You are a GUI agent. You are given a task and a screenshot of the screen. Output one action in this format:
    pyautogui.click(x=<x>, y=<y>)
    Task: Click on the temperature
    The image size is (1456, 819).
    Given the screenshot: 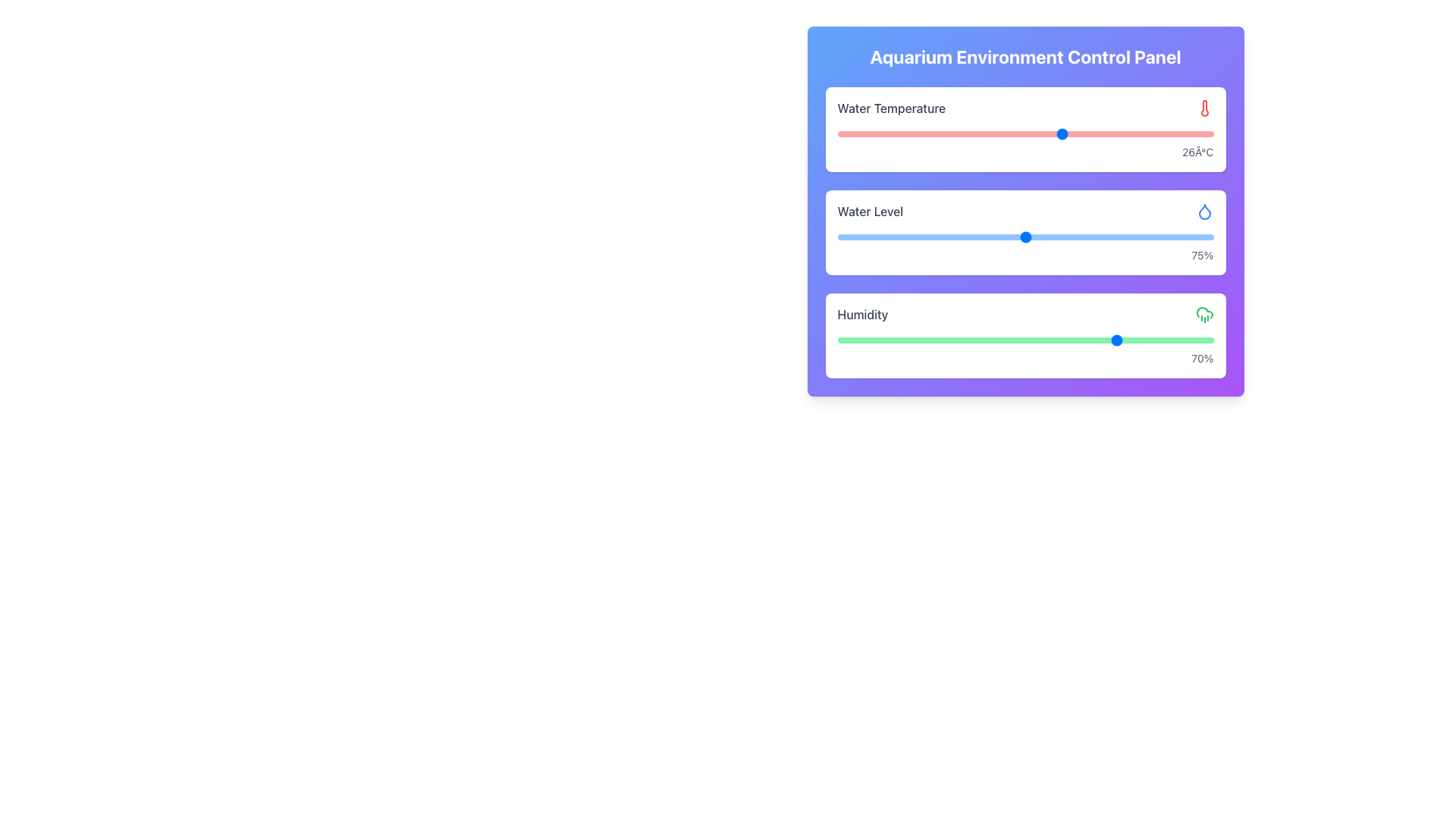 What is the action you would take?
    pyautogui.click(x=912, y=133)
    